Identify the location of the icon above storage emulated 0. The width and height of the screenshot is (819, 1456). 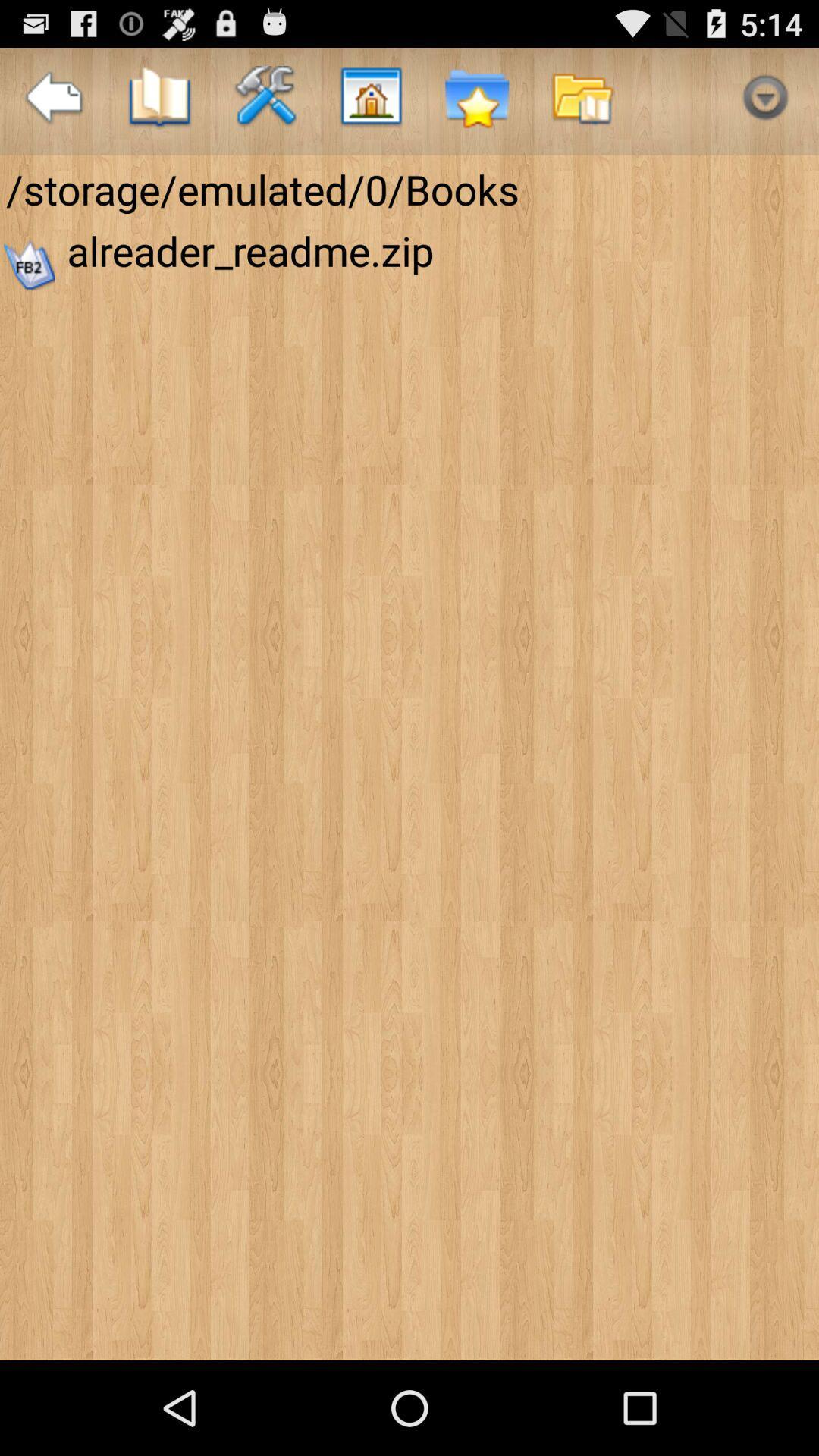
(475, 100).